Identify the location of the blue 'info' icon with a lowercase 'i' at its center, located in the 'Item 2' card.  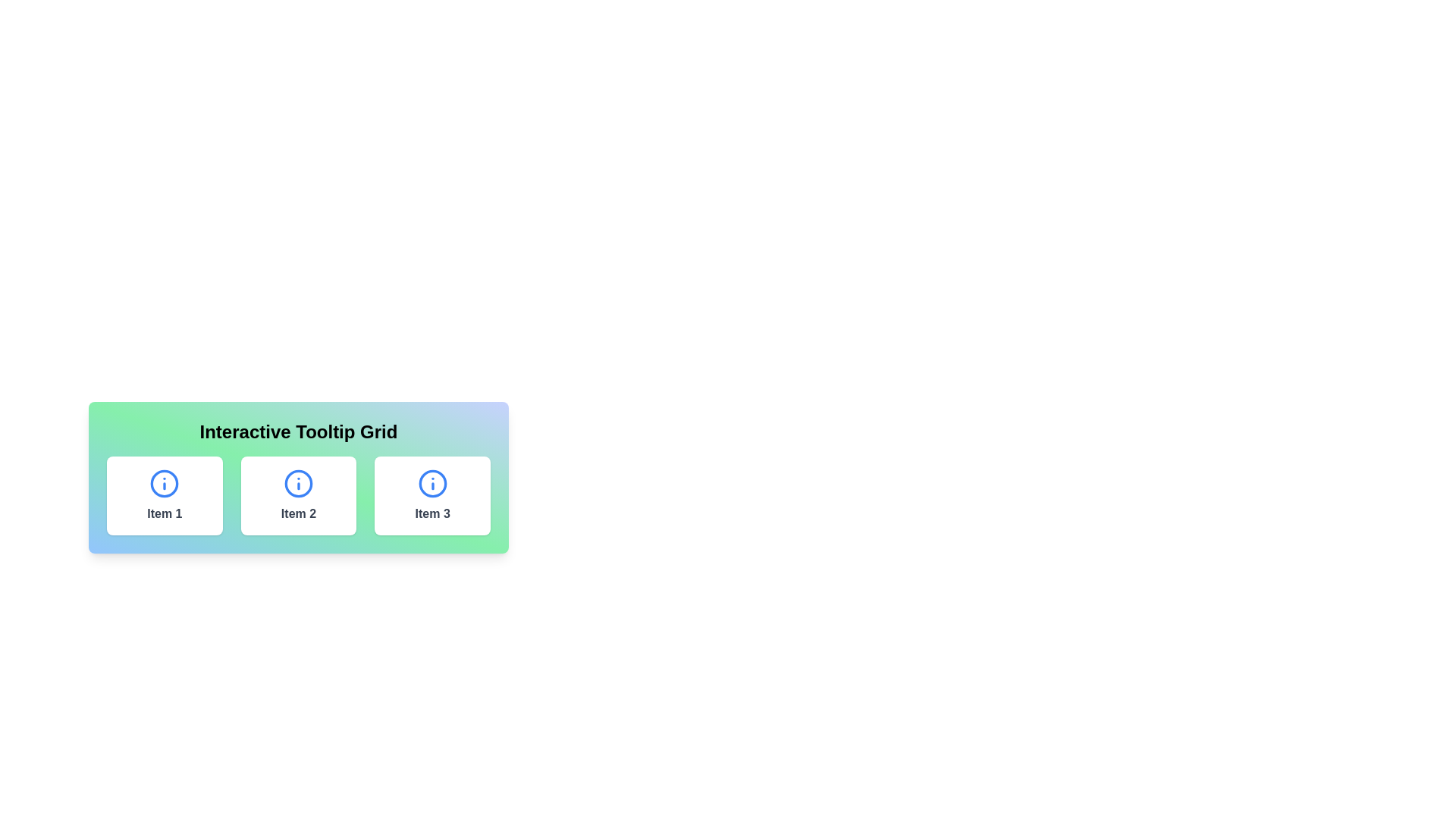
(298, 483).